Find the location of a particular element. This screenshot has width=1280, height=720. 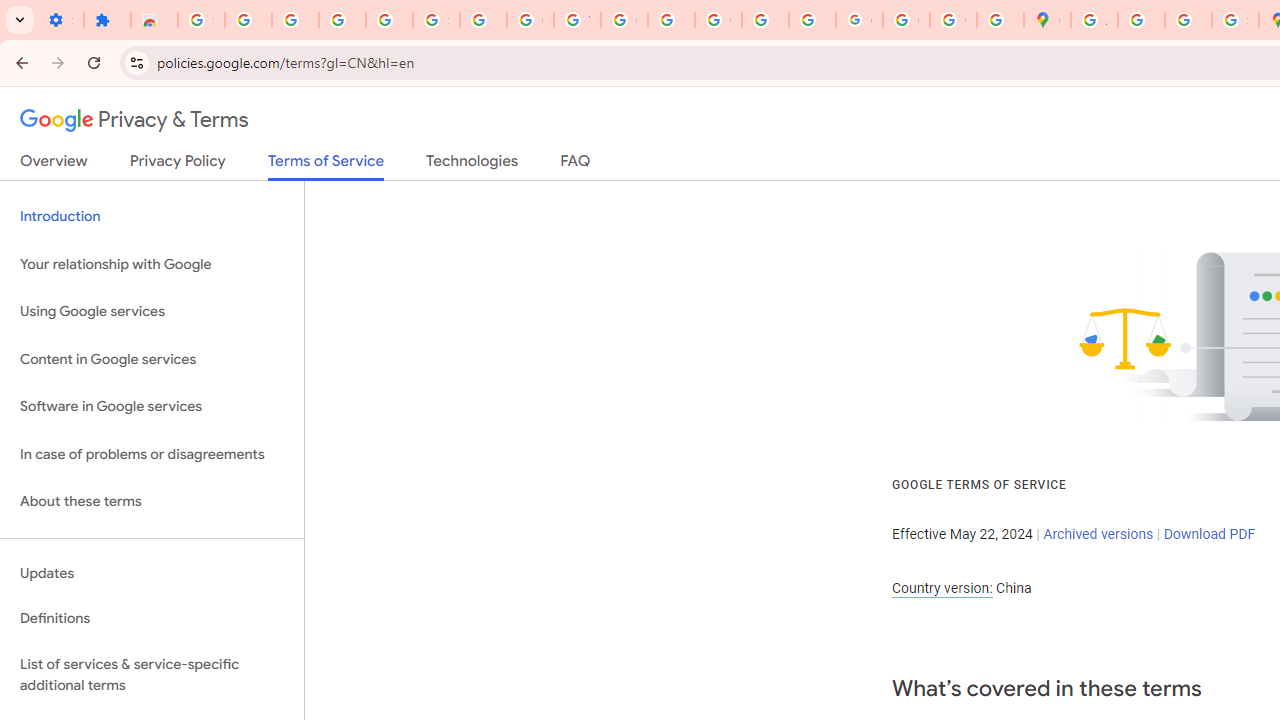

'Download PDF' is located at coordinates (1208, 532).